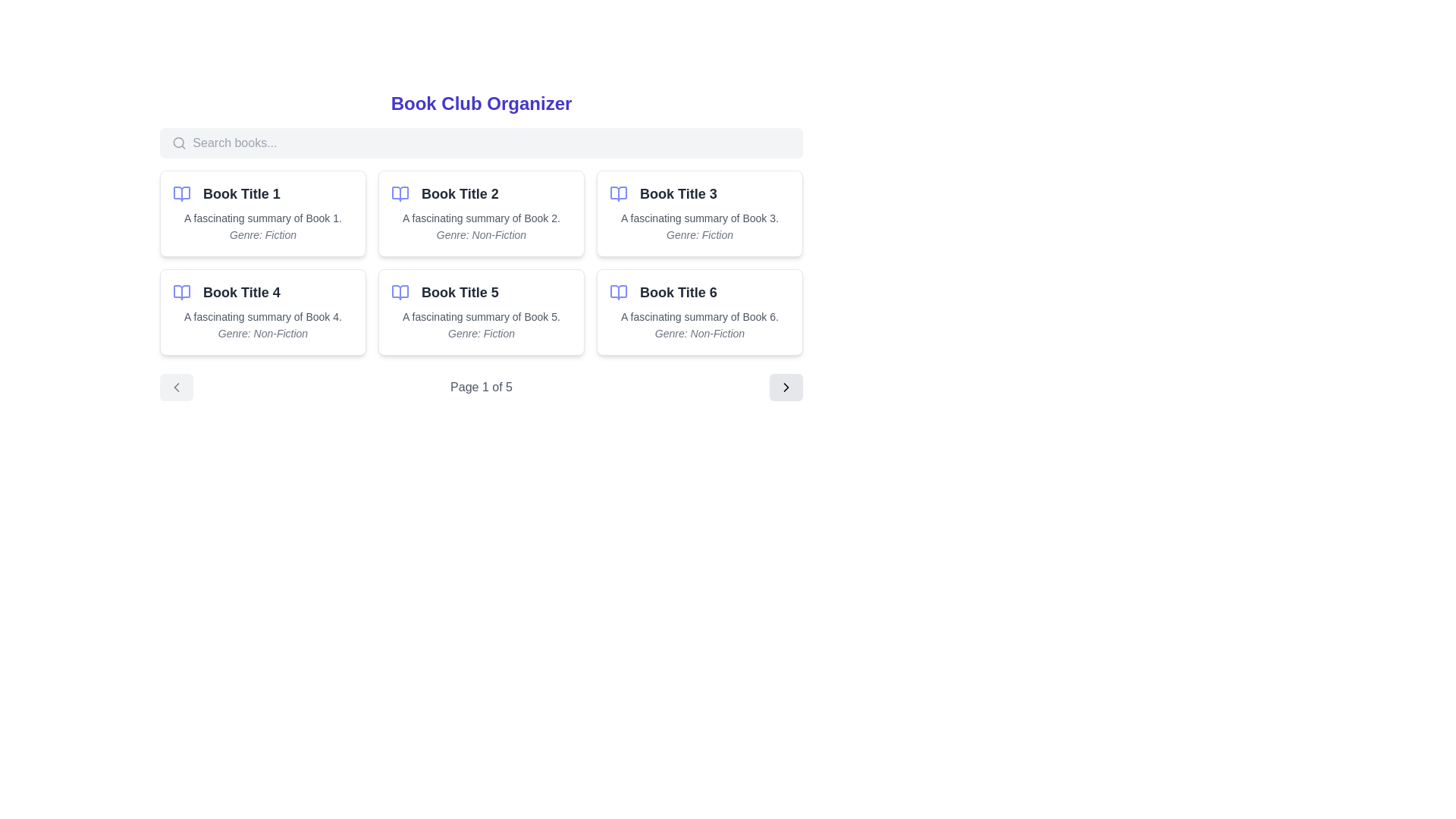 This screenshot has width=1456, height=819. What do you see at coordinates (619, 292) in the screenshot?
I see `the stylized open book icon, which is located at the top-left section of the card for 'Book Title 6', next` at bounding box center [619, 292].